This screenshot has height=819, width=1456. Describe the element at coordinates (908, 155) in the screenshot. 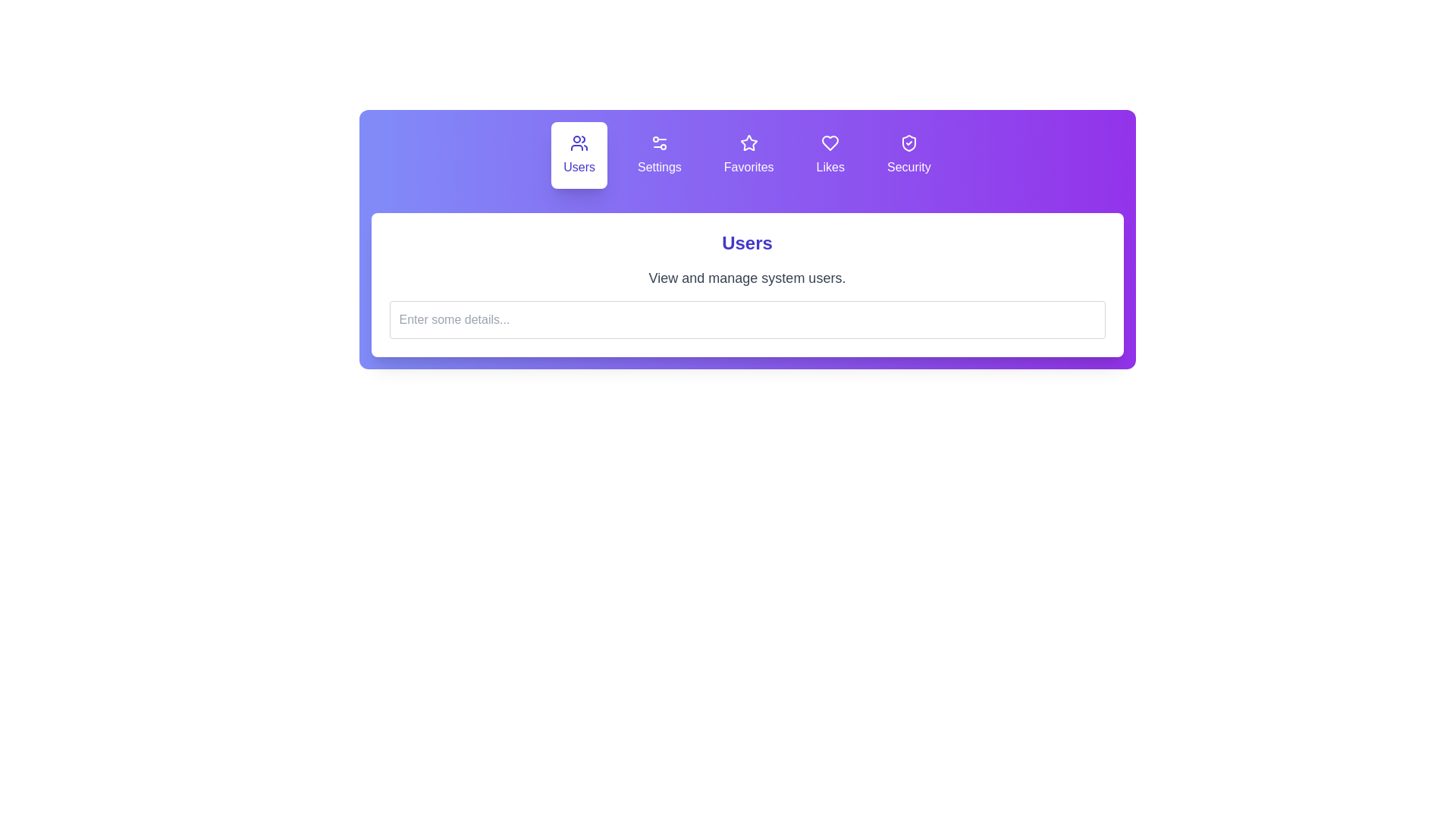

I see `the tab labeled Security to read its description` at that location.